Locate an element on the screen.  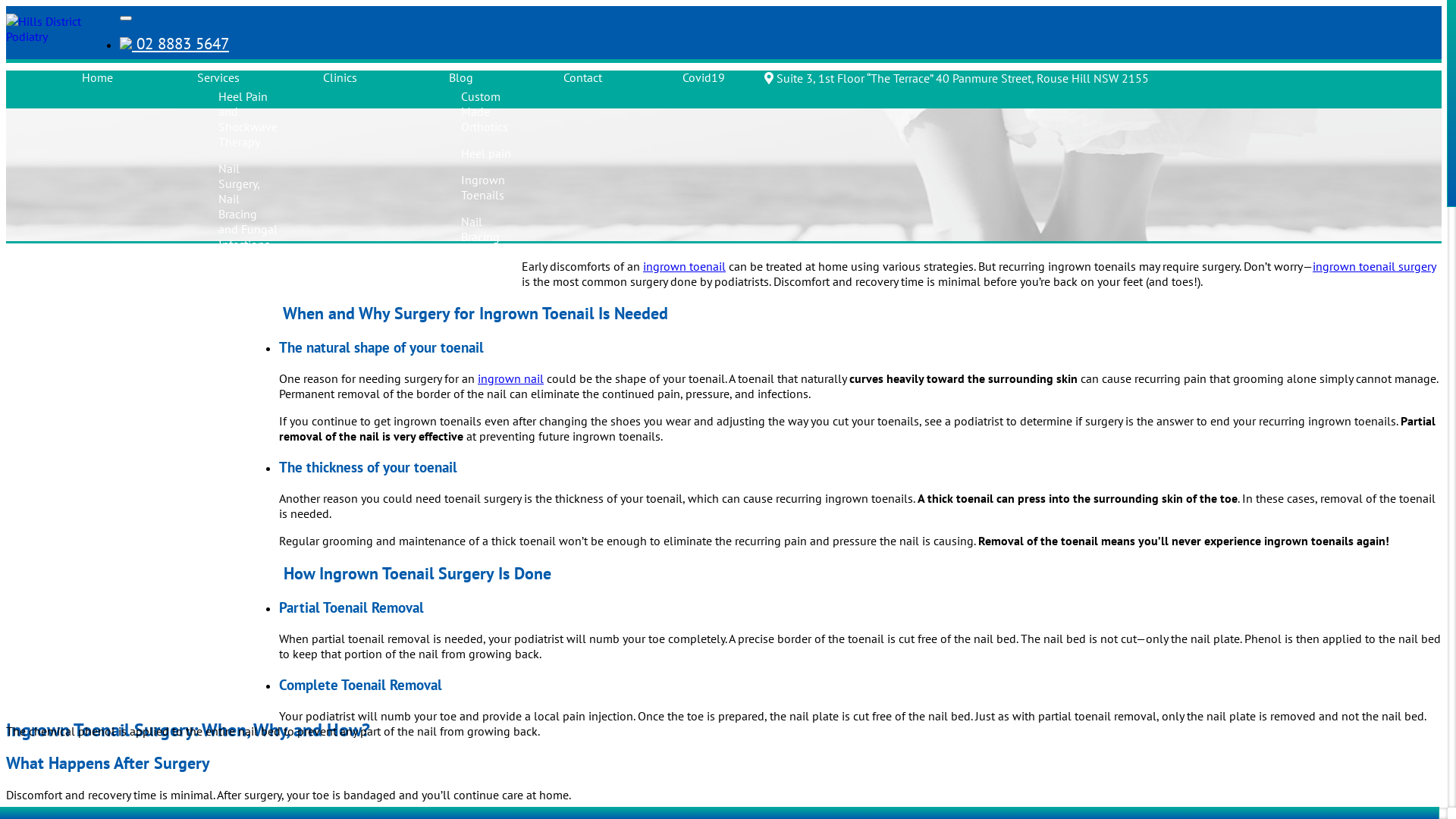
'Custom Made Orthotics' is located at coordinates (240, 430).